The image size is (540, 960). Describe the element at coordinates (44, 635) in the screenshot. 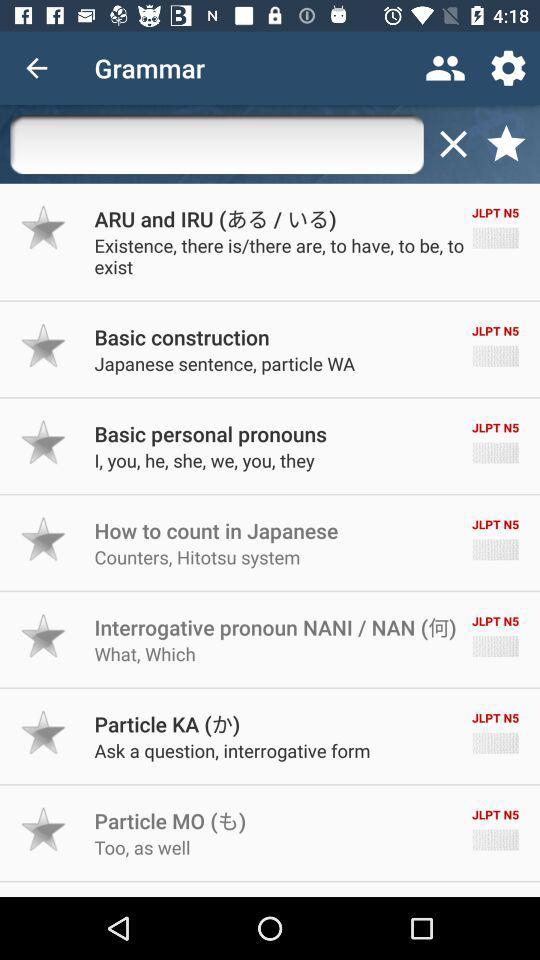

I see `this` at that location.